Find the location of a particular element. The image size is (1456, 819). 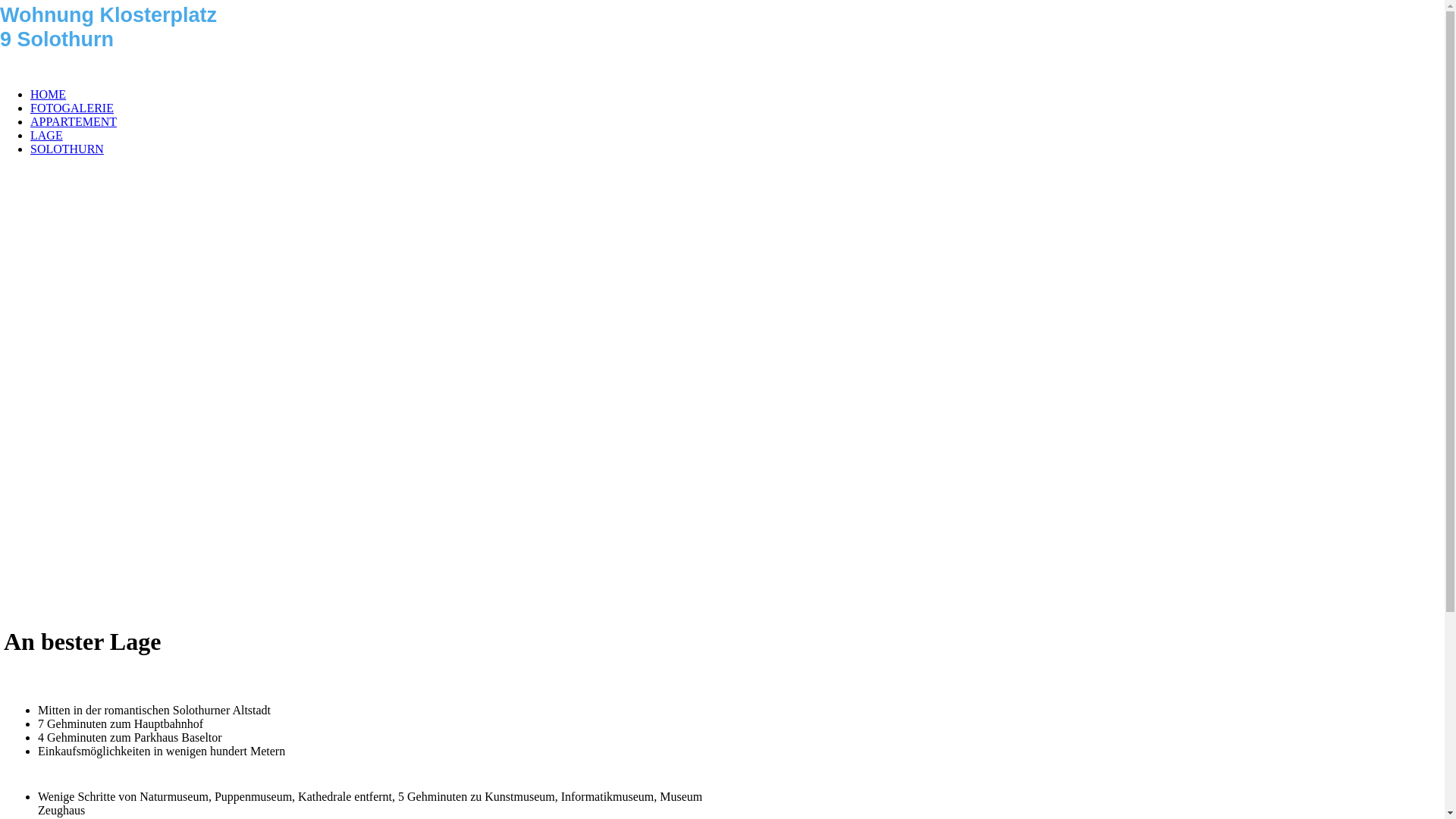

'Wohnung Klosterplatz 9 Solothurn' is located at coordinates (0, 6).